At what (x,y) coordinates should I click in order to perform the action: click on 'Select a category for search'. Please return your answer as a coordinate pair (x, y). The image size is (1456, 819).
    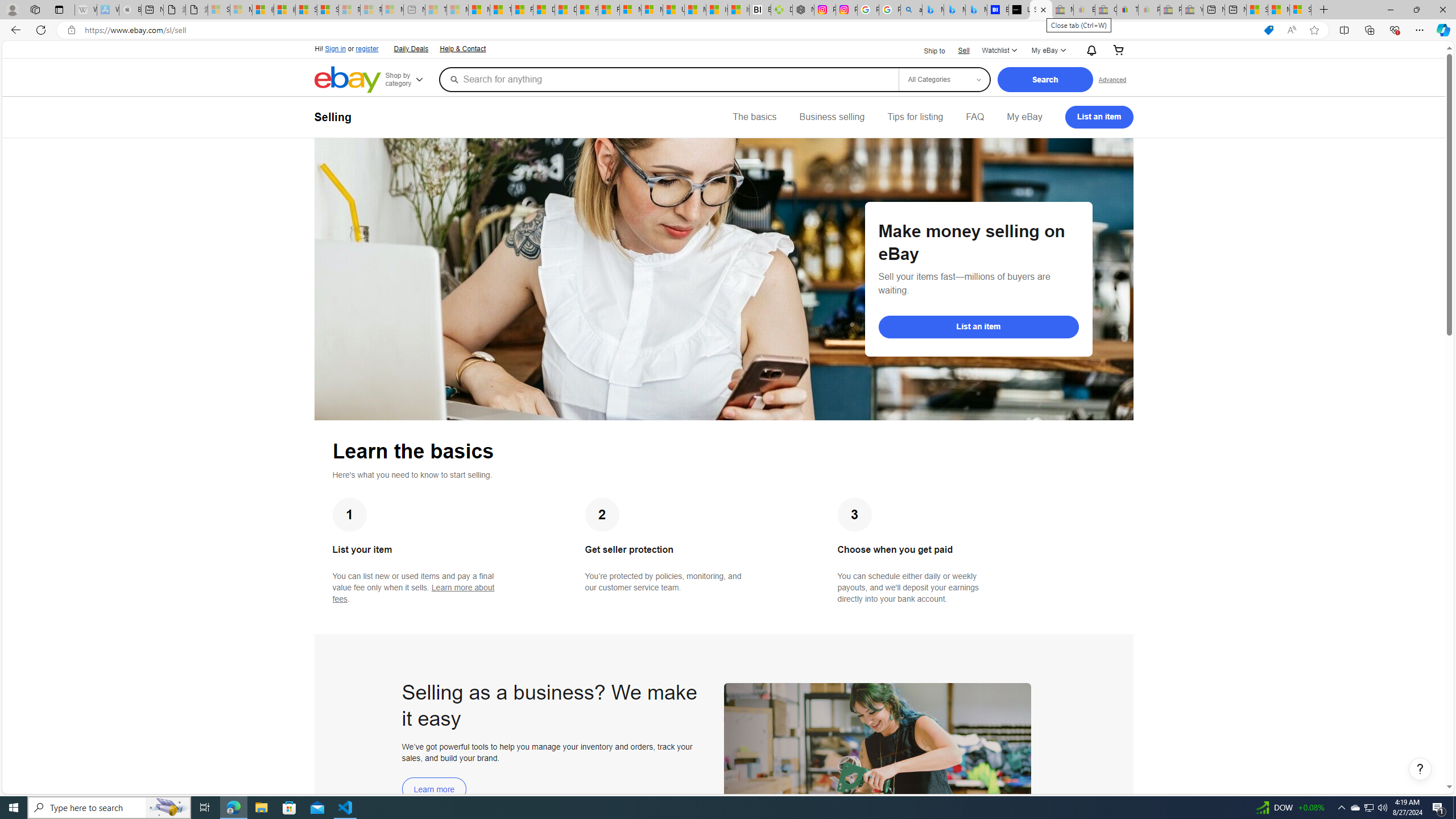
    Looking at the image, I should click on (944, 78).